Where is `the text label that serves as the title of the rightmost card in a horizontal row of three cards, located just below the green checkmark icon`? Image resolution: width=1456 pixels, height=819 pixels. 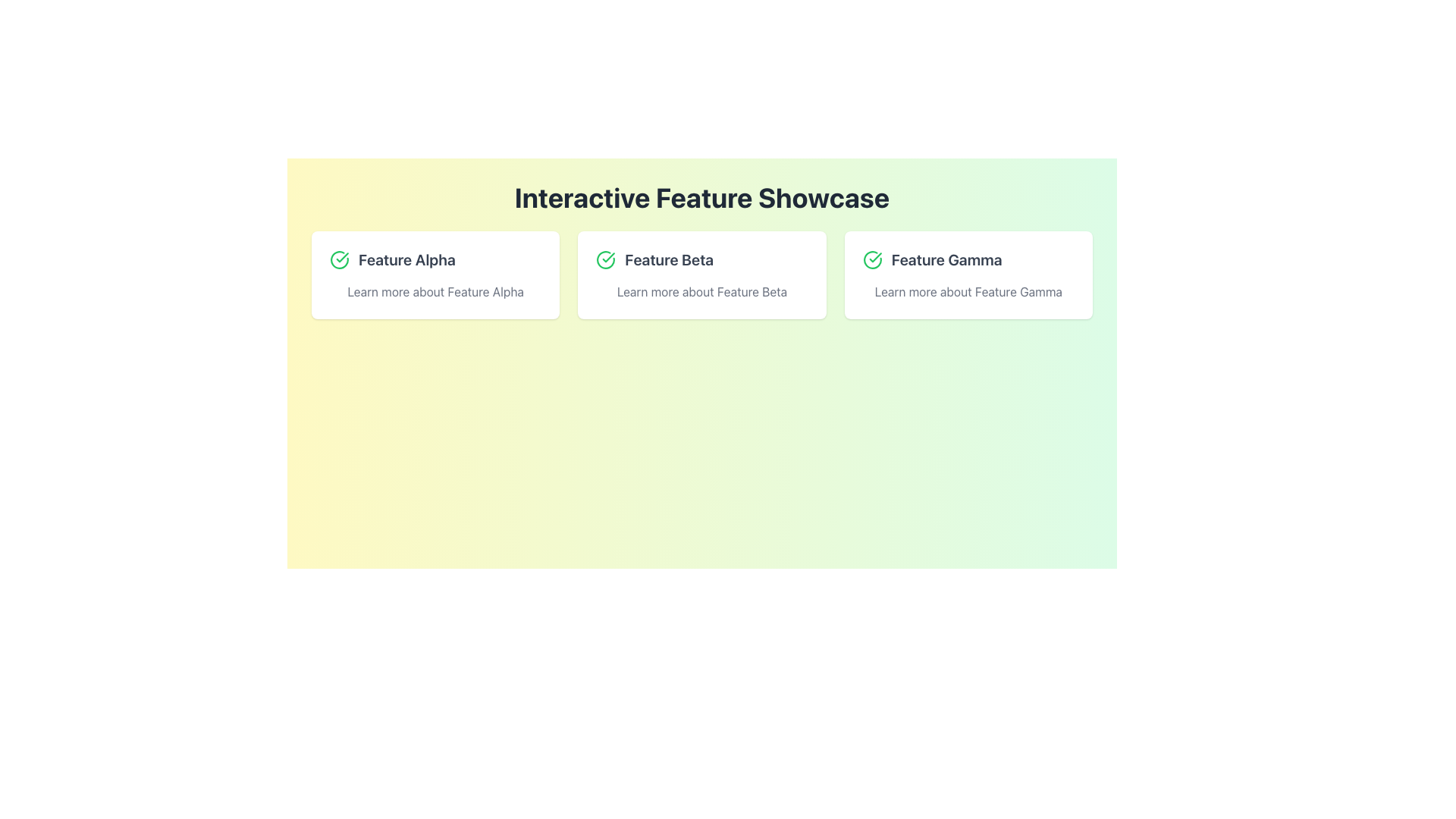 the text label that serves as the title of the rightmost card in a horizontal row of three cards, located just below the green checkmark icon is located at coordinates (968, 259).